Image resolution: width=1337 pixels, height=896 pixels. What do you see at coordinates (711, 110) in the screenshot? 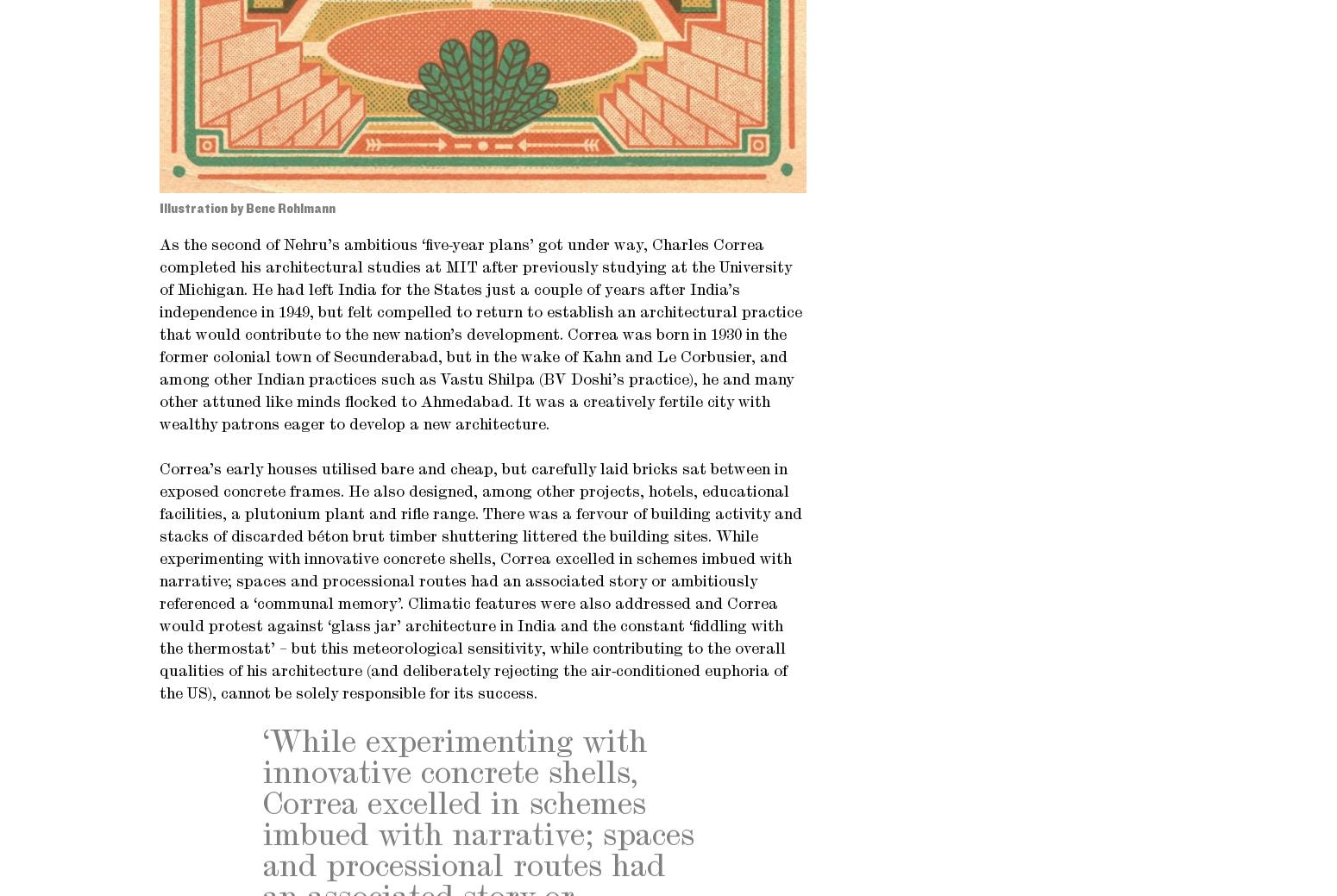
I see `'Privacy policy'` at bounding box center [711, 110].